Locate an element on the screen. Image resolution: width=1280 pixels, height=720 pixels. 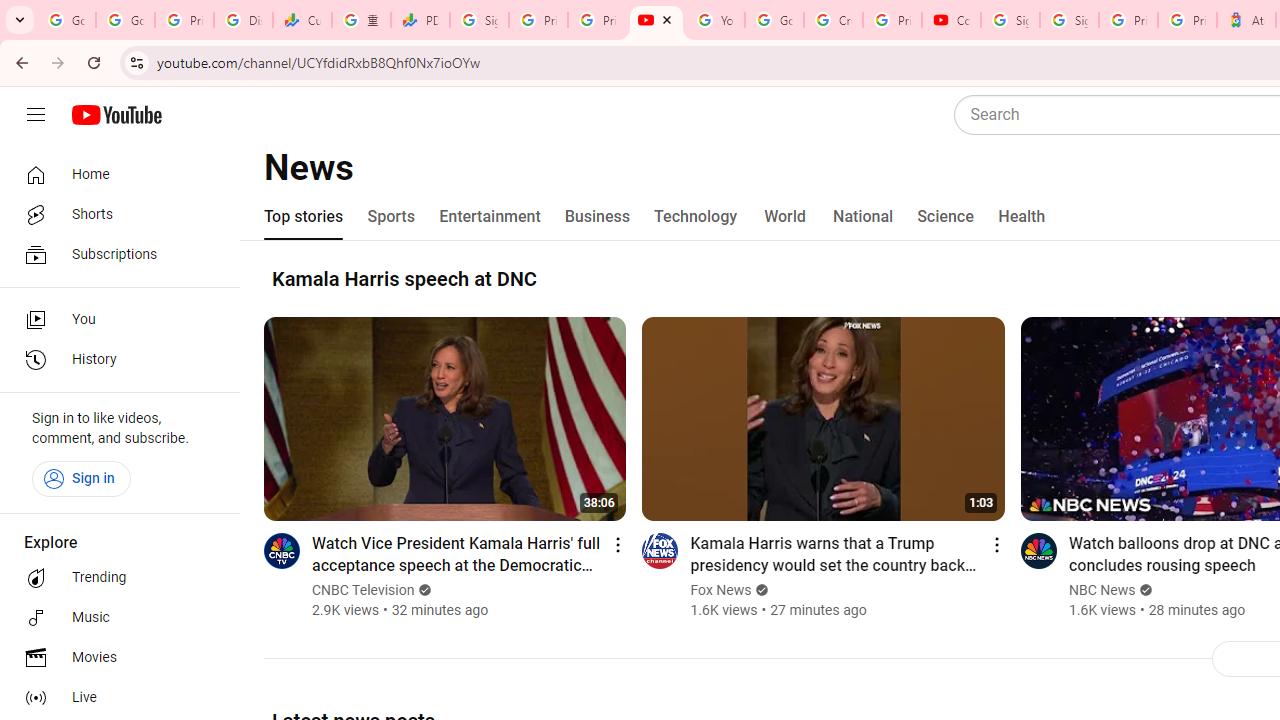
'Go to channel' is located at coordinates (1038, 550).